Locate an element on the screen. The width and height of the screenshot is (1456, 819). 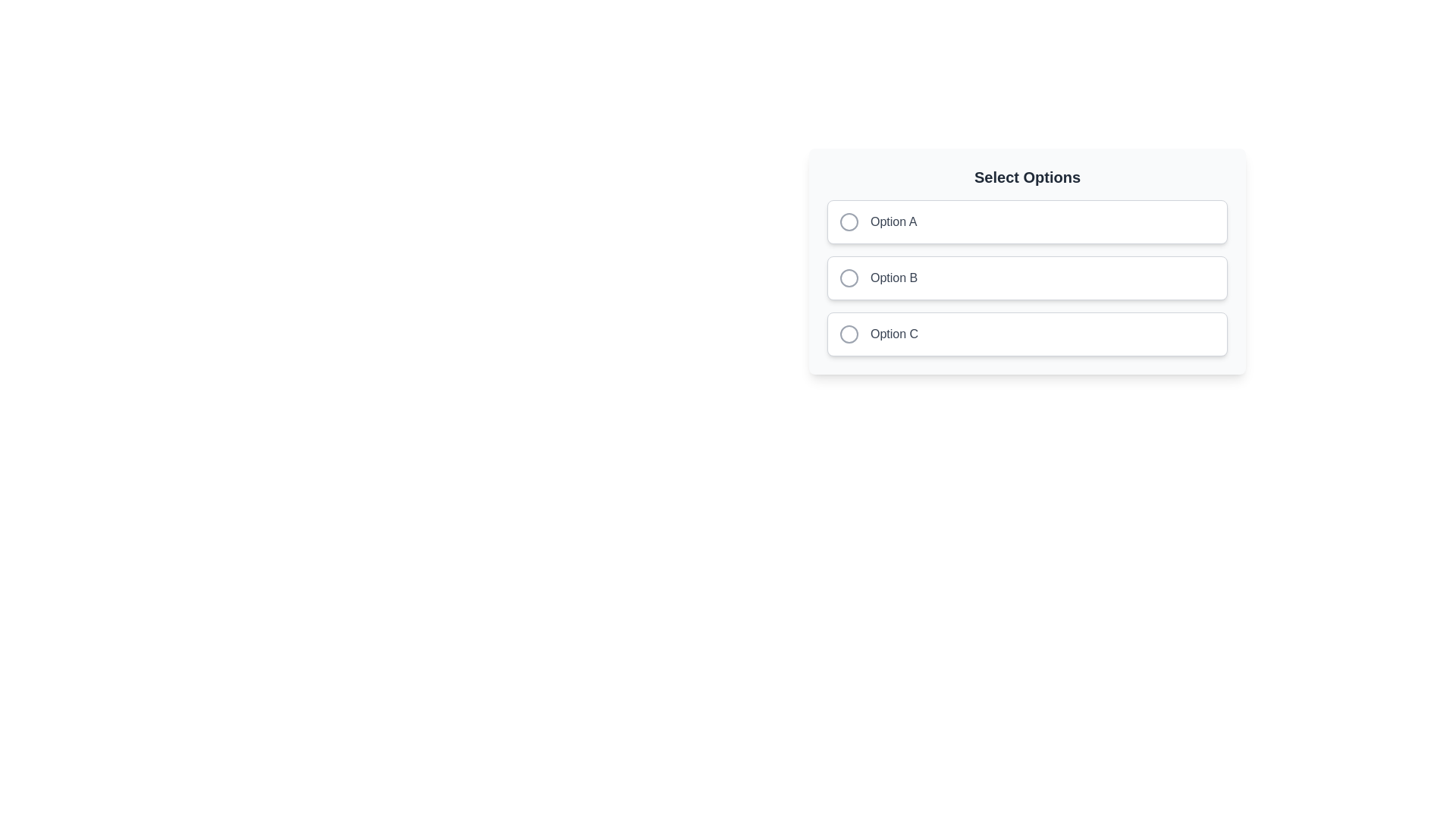
the radio button for 'Option A' is located at coordinates (848, 222).